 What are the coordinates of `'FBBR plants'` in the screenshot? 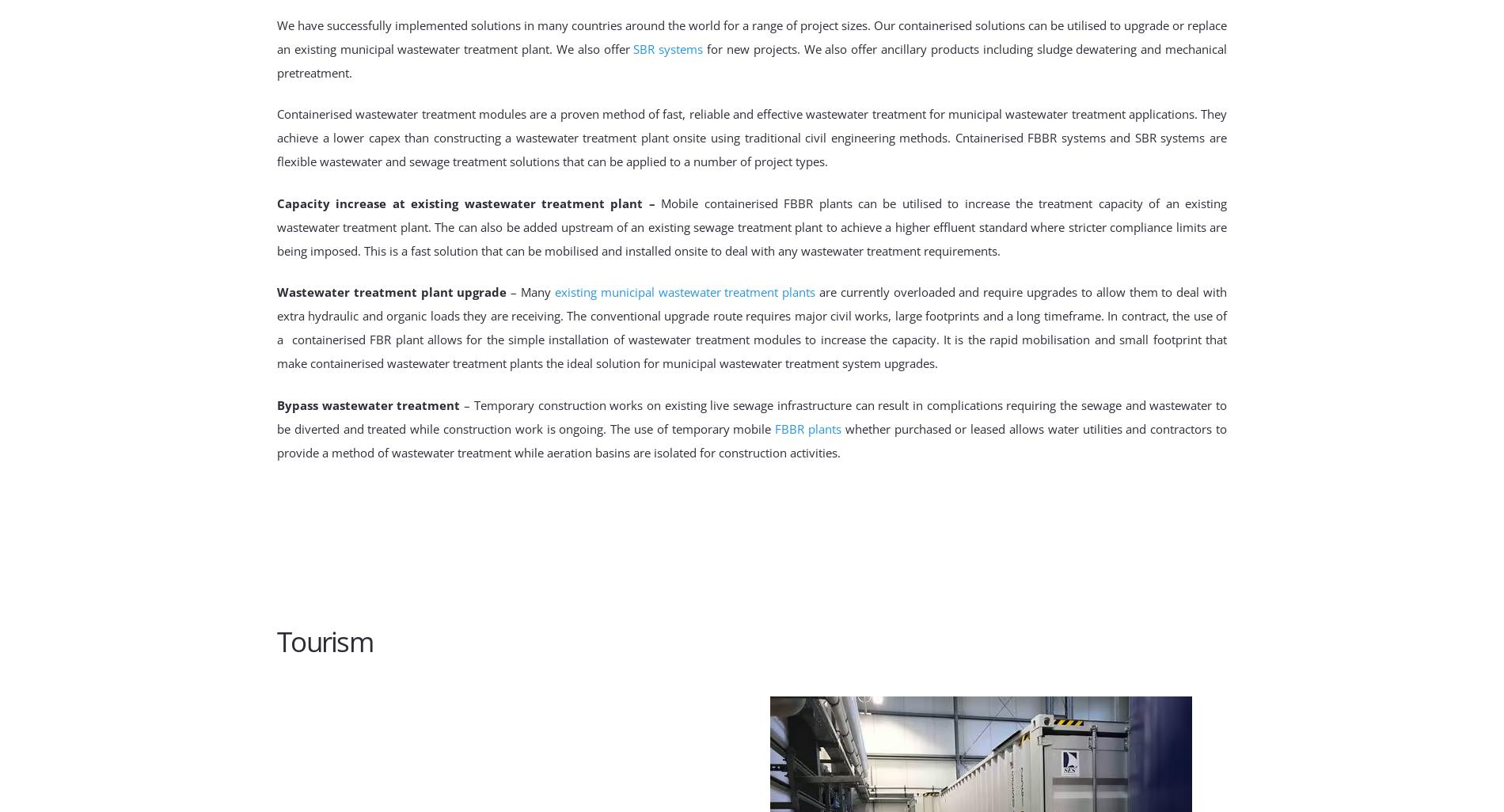 It's located at (775, 428).